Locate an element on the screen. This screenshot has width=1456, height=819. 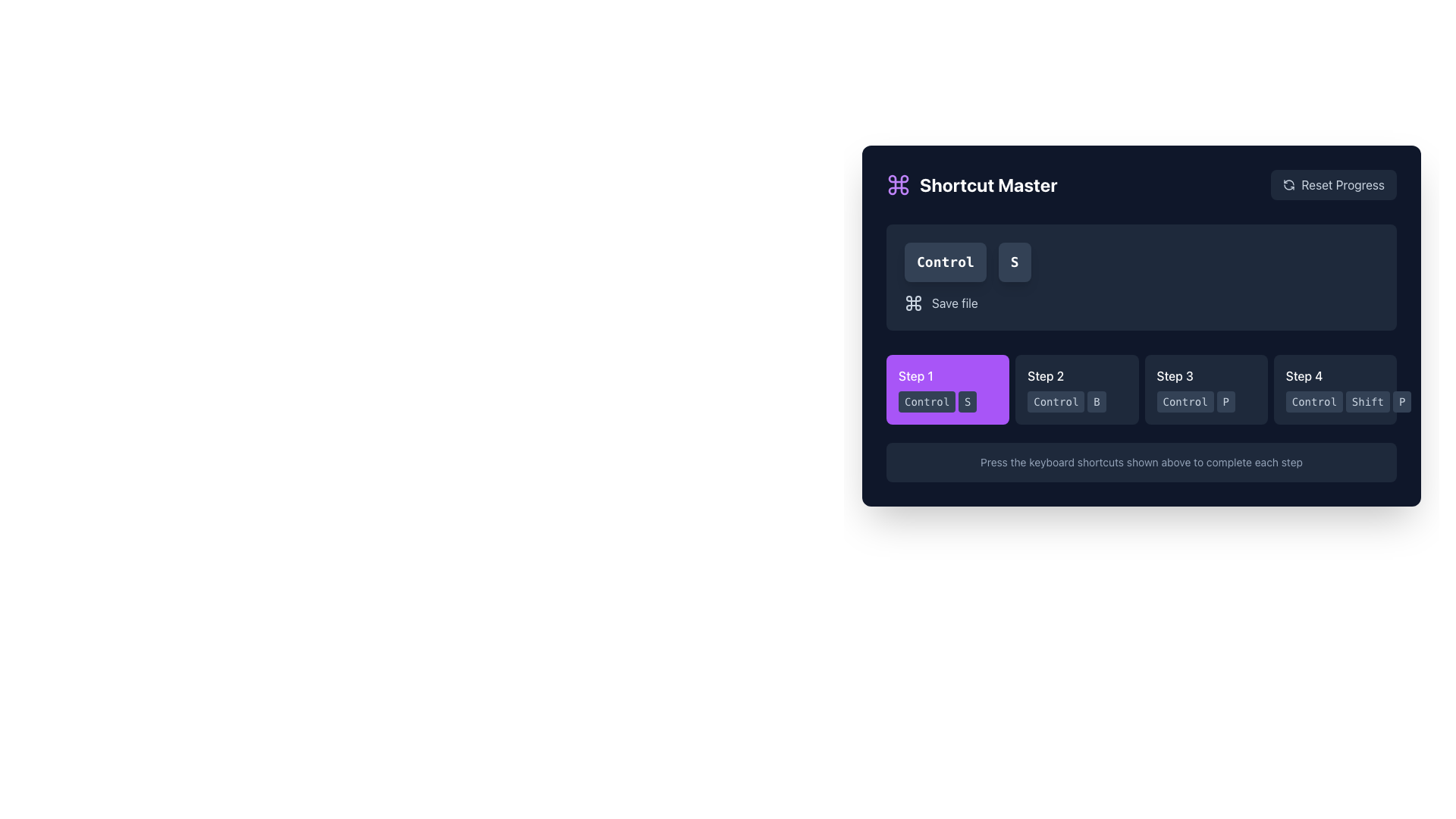
the text label indicating the first step in the multi-step process located inside the first purple box of the 'Shortcut Master' panel is located at coordinates (915, 375).